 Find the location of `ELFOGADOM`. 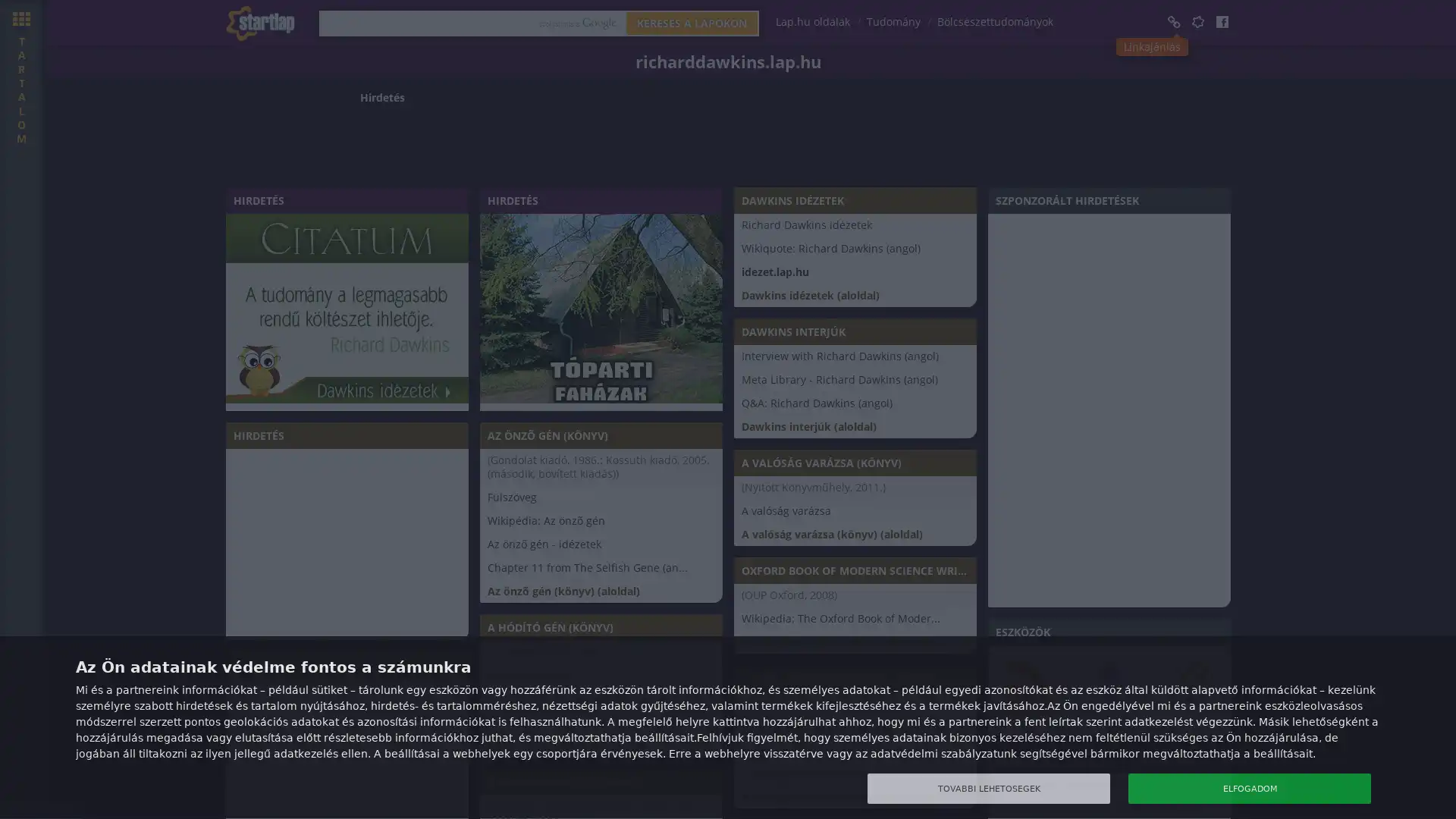

ELFOGADOM is located at coordinates (1249, 788).